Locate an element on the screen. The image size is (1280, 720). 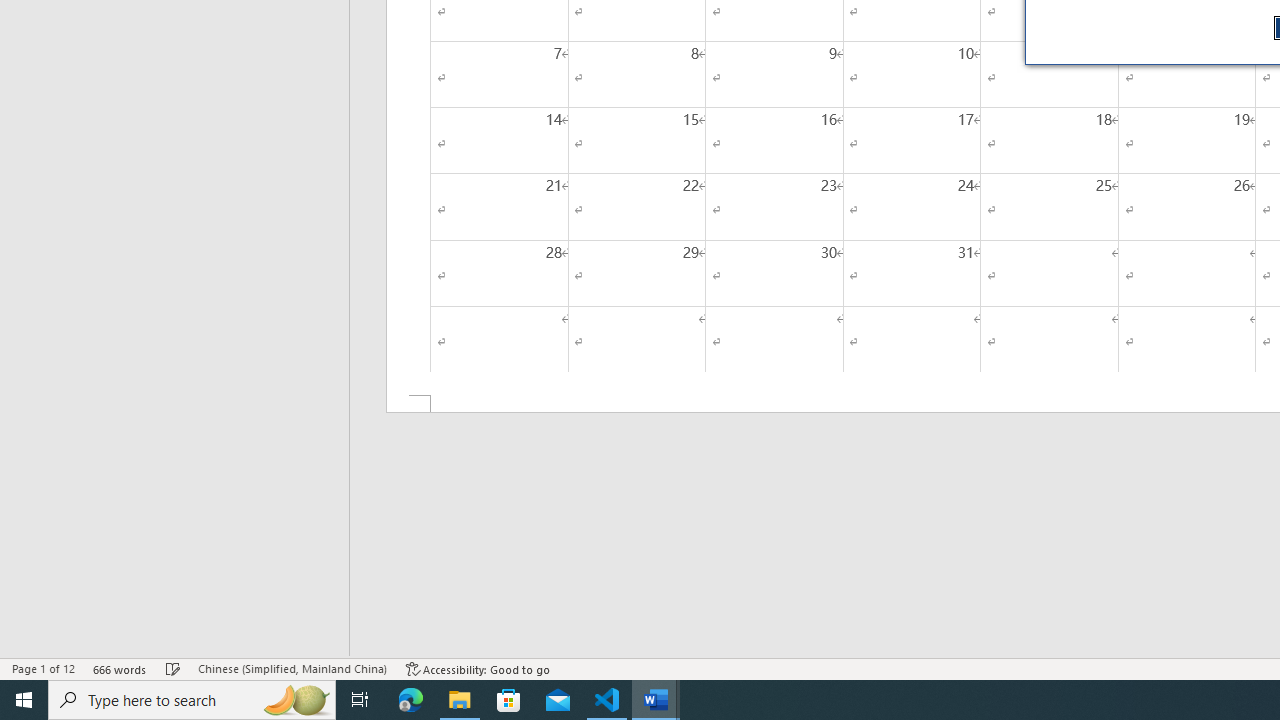
'Accessibility Checker Accessibility: Good to go' is located at coordinates (477, 669).